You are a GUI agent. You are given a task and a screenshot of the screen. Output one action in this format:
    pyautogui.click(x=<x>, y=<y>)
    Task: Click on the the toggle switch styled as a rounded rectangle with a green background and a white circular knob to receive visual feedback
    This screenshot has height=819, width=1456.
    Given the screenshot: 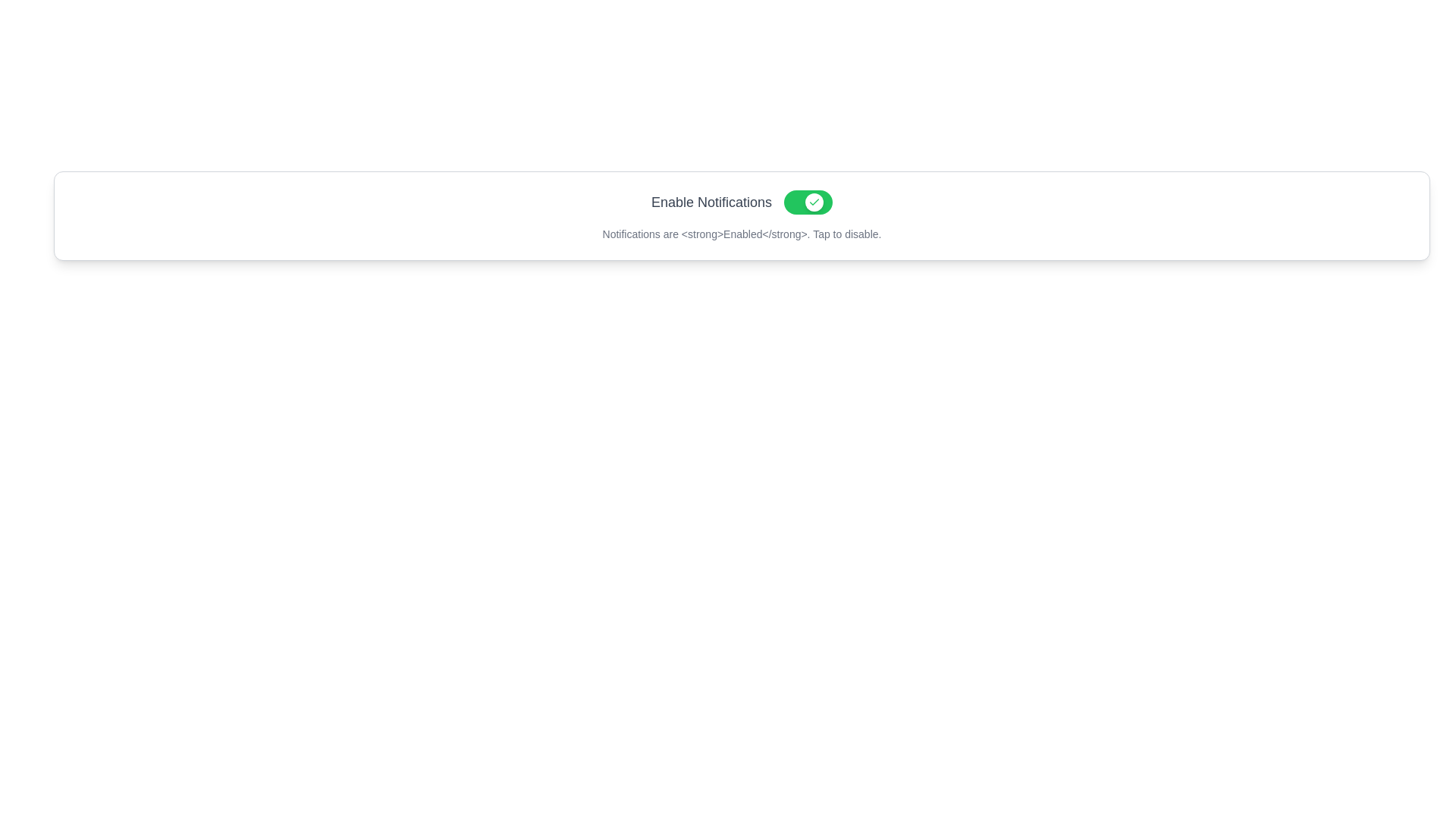 What is the action you would take?
    pyautogui.click(x=807, y=201)
    